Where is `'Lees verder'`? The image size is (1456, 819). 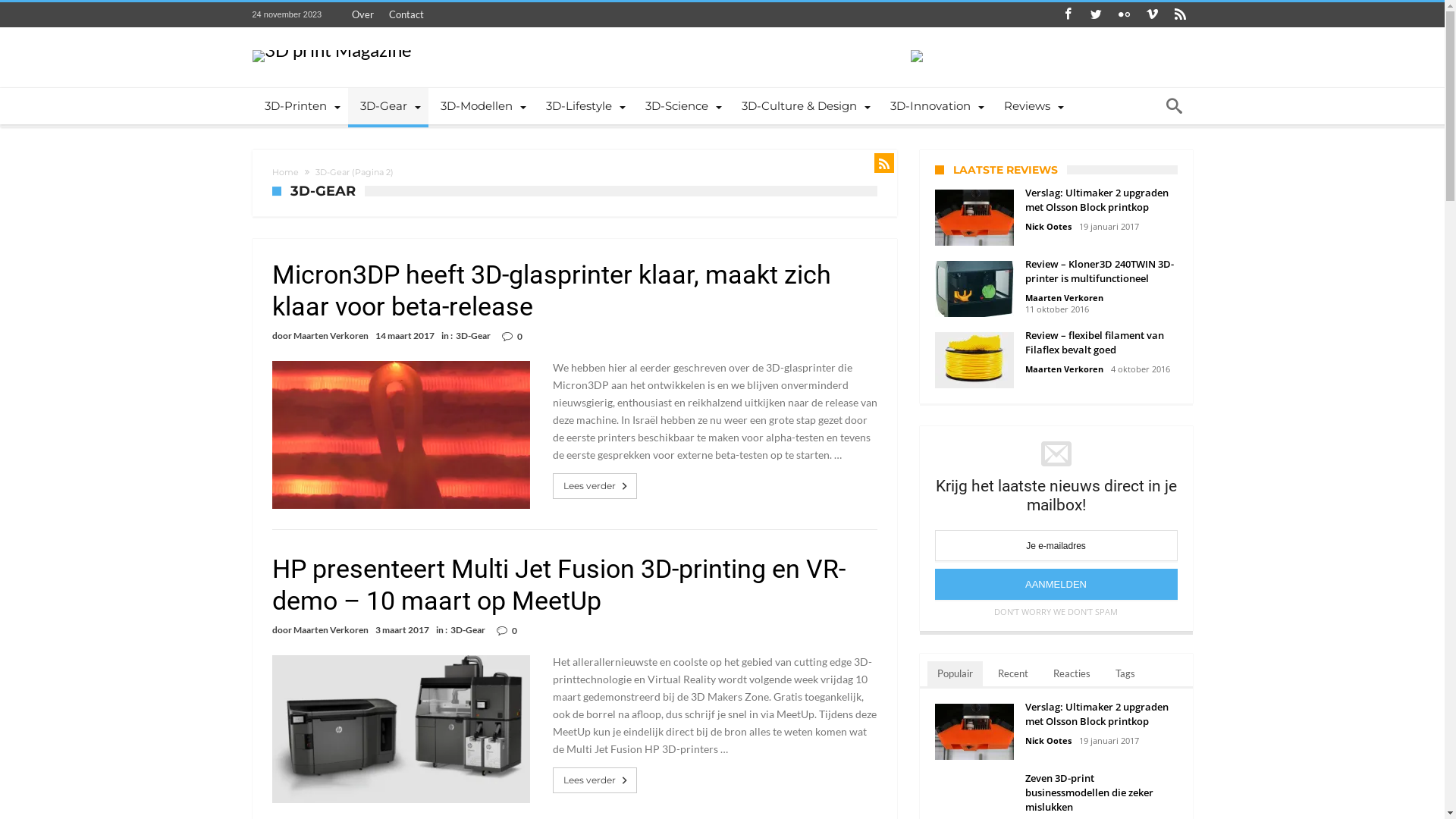 'Lees verder' is located at coordinates (595, 780).